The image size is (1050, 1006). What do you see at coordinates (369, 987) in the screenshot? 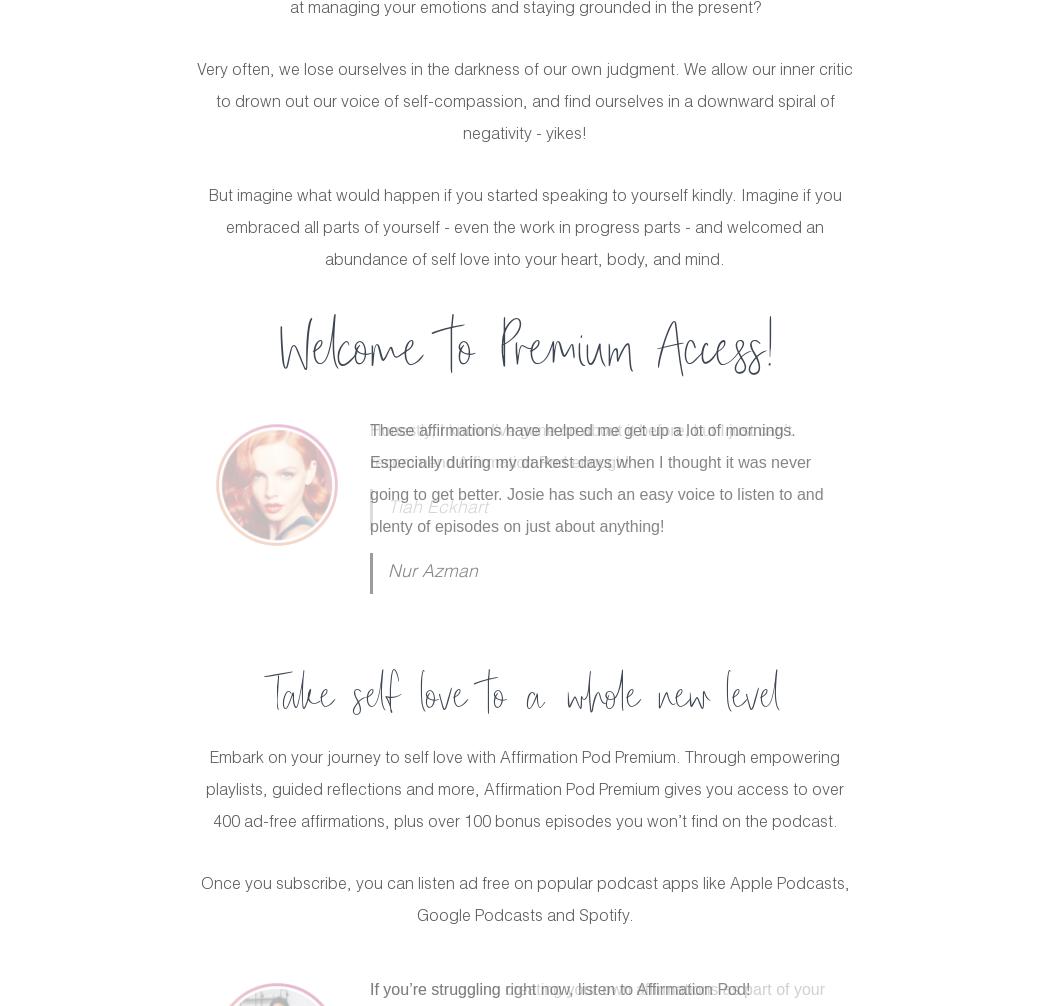
I see `'If you’re struggling right now, listen to Affirmation Pod!'` at bounding box center [369, 987].